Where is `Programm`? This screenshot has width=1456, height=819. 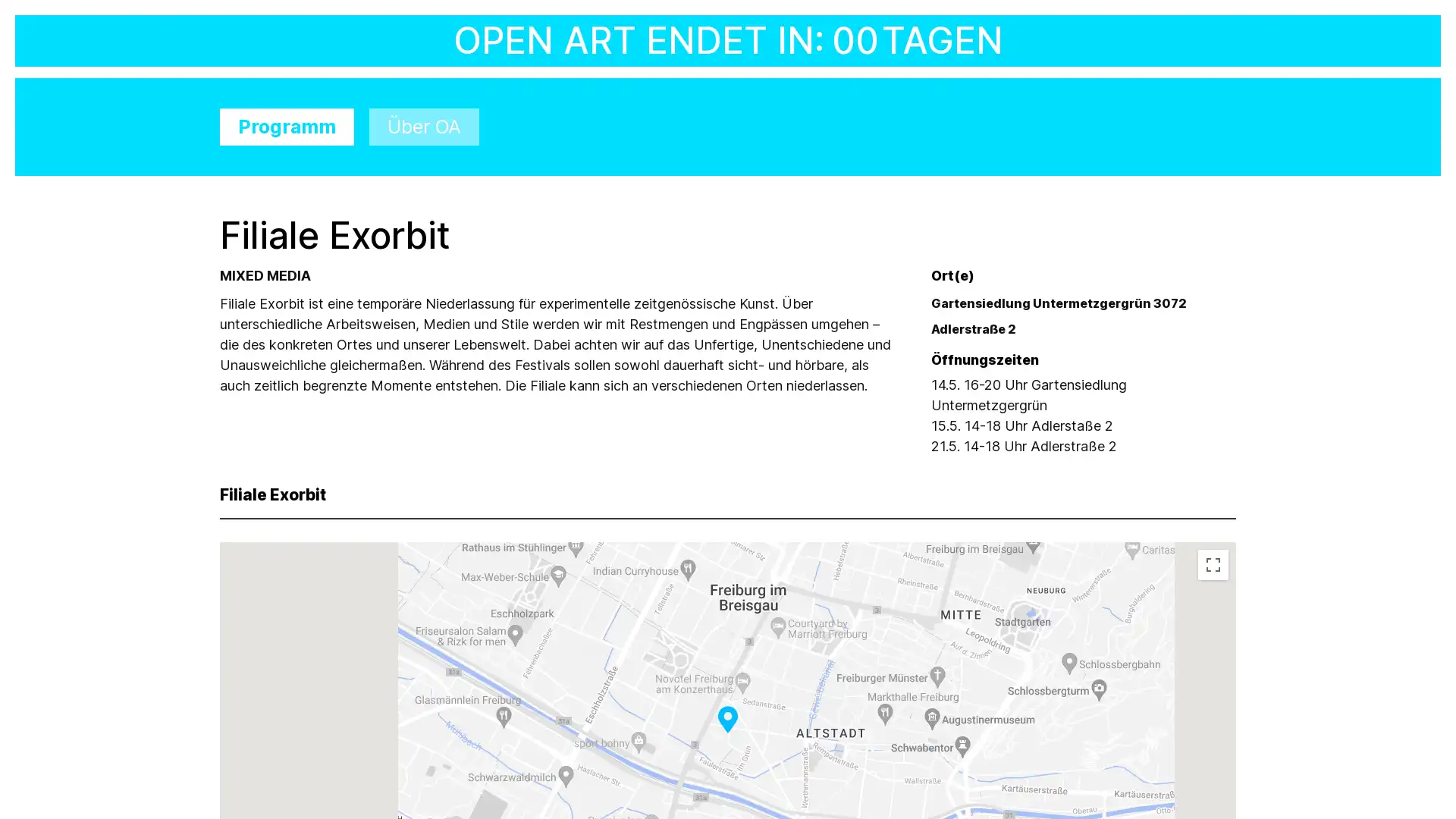
Programm is located at coordinates (287, 126).